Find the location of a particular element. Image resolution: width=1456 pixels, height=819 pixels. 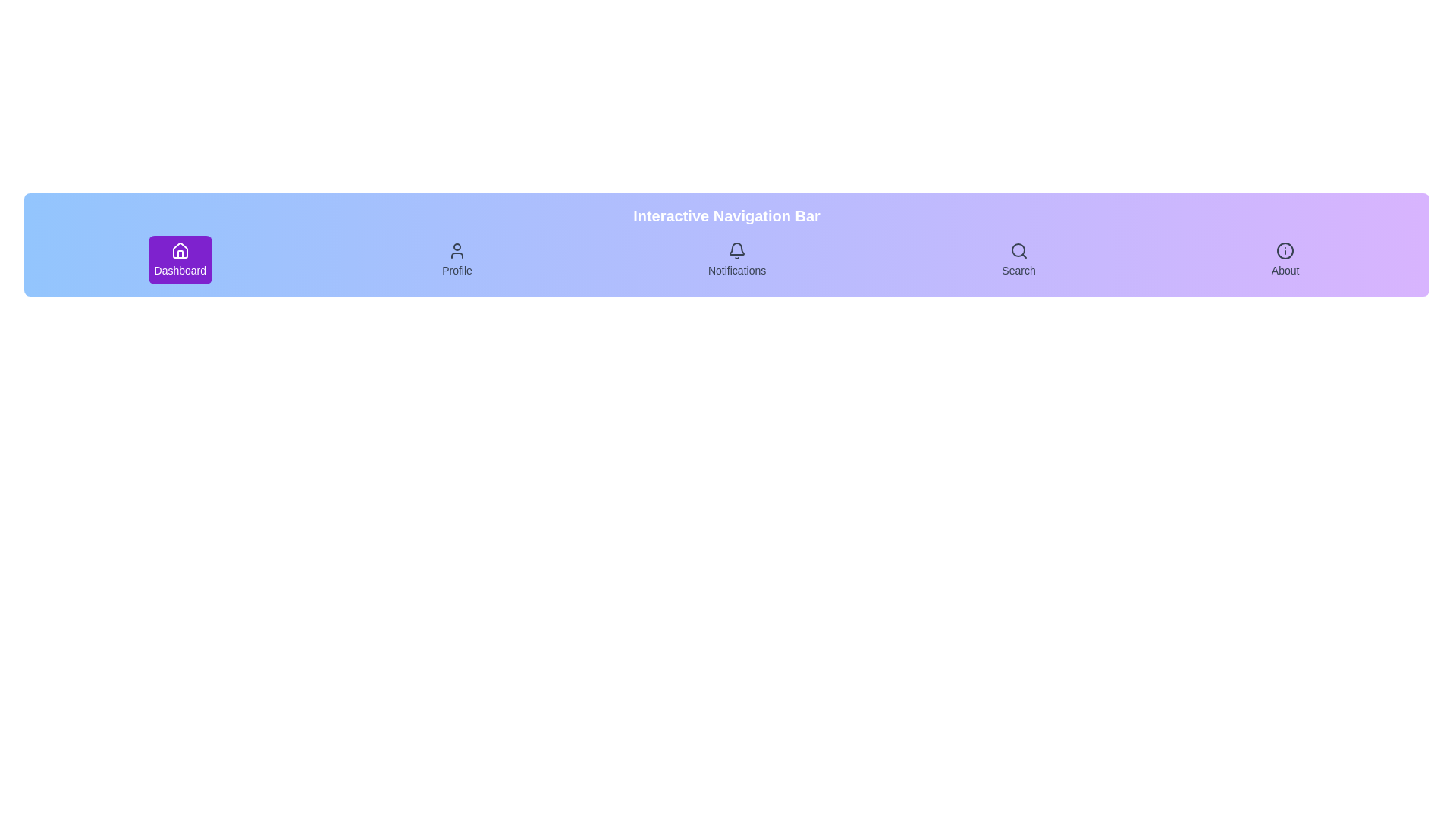

the icon of the navigation item Dashboard is located at coordinates (180, 250).